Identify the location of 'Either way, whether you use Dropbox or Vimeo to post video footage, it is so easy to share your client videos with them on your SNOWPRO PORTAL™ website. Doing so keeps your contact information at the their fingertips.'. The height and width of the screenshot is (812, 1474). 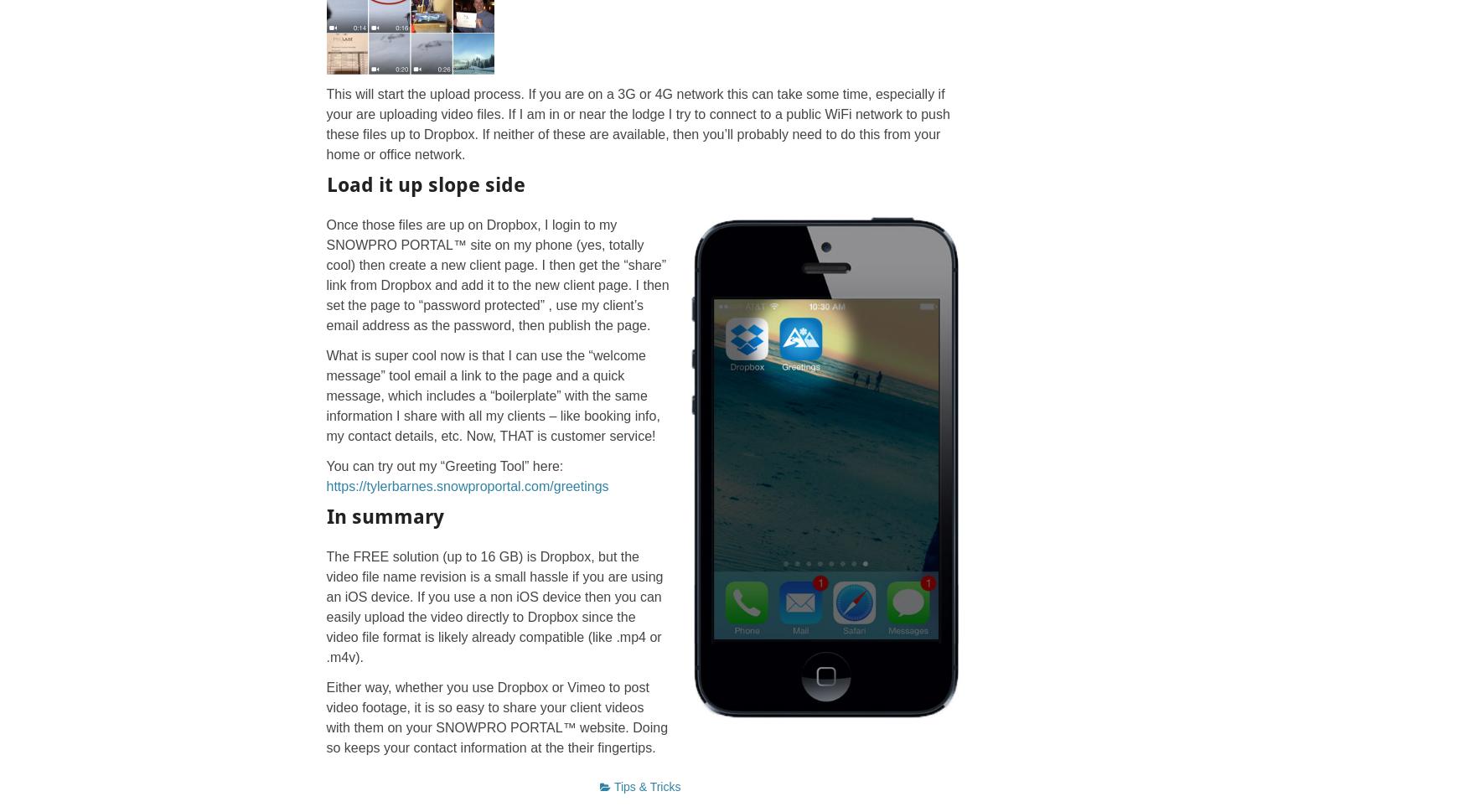
(495, 716).